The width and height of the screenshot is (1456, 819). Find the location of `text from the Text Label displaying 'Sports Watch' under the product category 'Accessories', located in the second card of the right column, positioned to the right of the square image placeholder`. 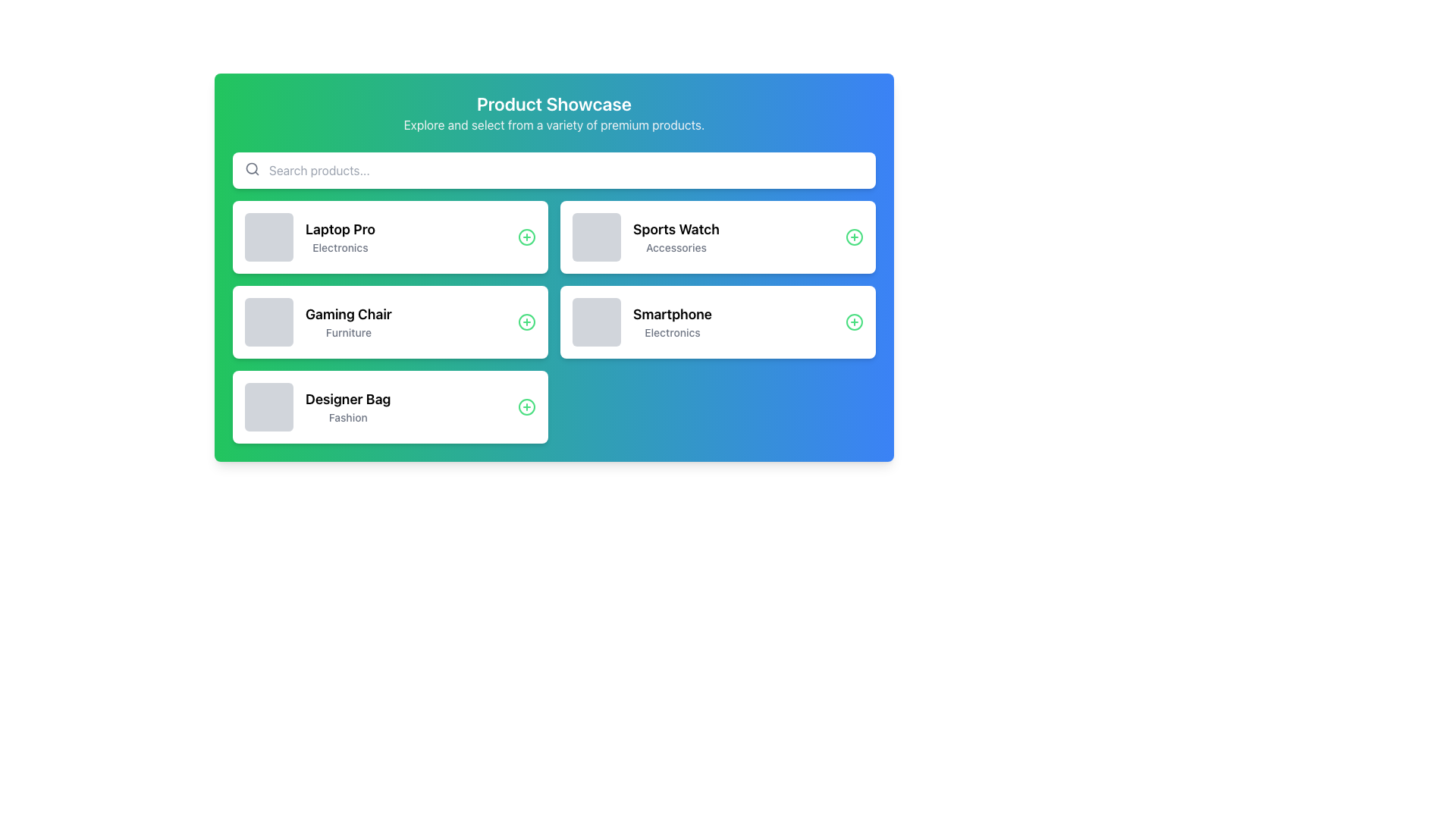

text from the Text Label displaying 'Sports Watch' under the product category 'Accessories', located in the second card of the right column, positioned to the right of the square image placeholder is located at coordinates (675, 237).